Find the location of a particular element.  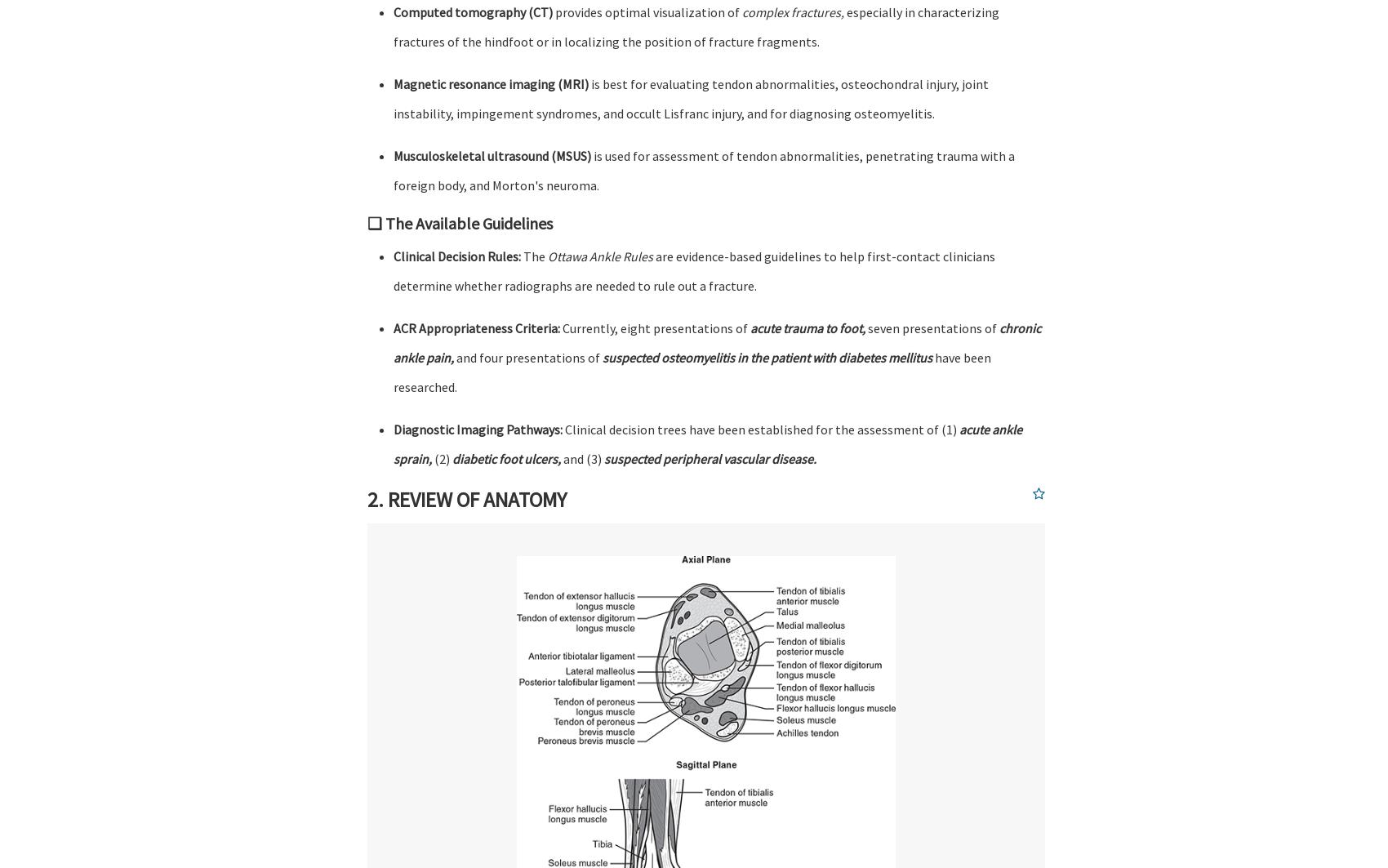

'is used for assessment of tendon abnormalities, penetrating trauma with a foreign body, and Morton's neuroma.' is located at coordinates (704, 170).